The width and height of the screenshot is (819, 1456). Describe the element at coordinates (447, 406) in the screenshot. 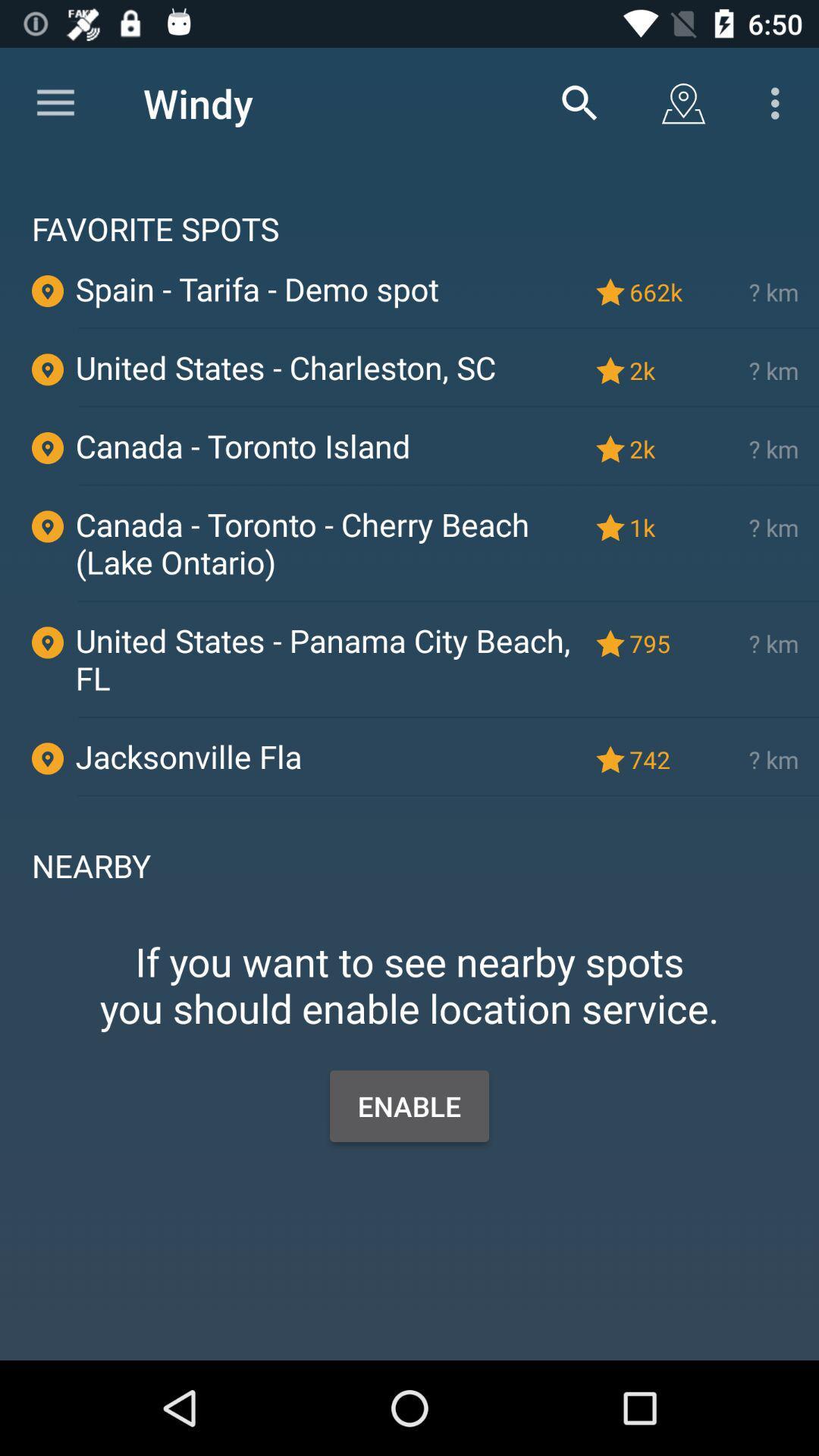

I see `the icon below united states charleston` at that location.